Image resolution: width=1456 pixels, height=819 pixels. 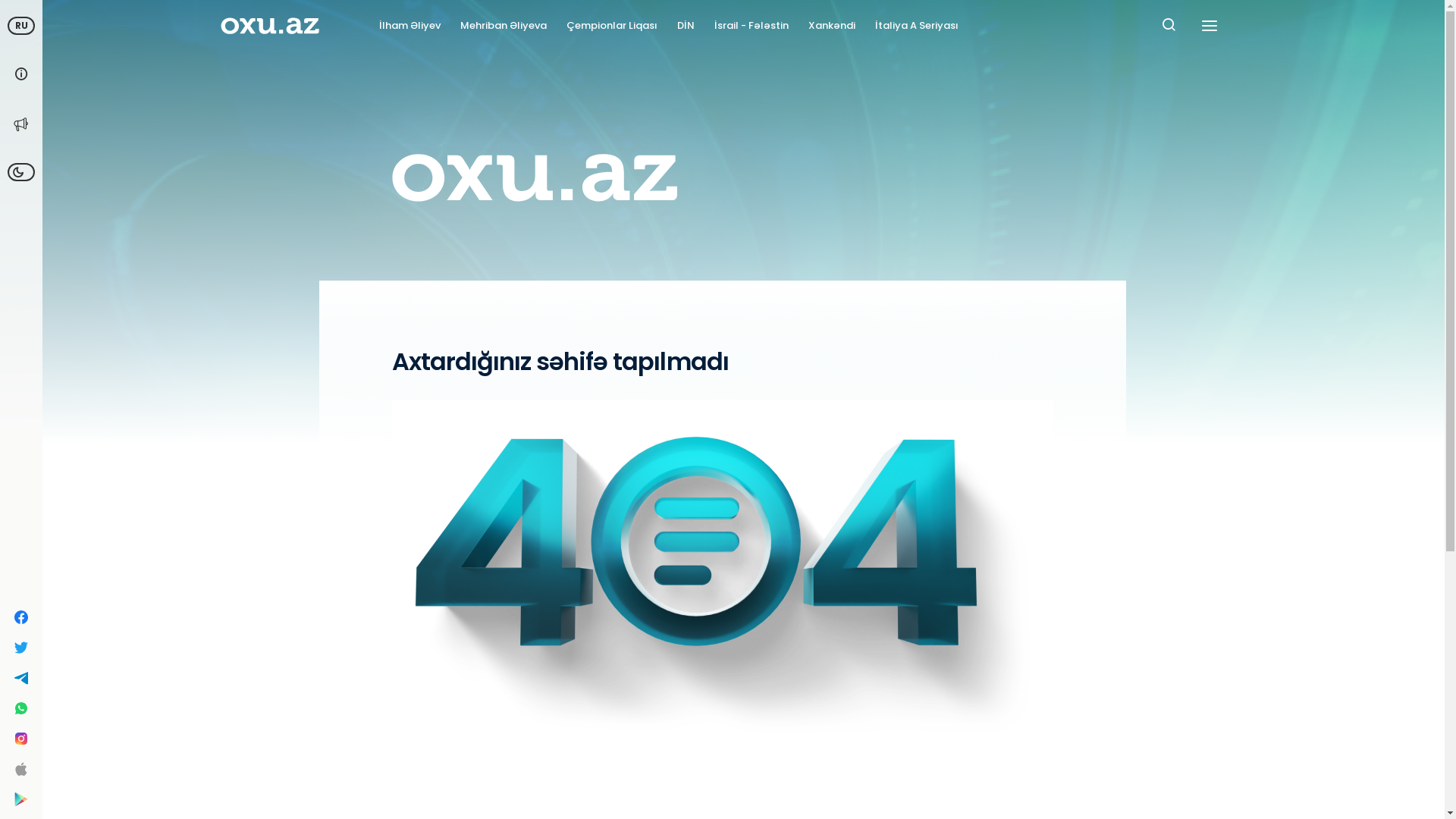 I want to click on 'RU', so click(x=21, y=26).